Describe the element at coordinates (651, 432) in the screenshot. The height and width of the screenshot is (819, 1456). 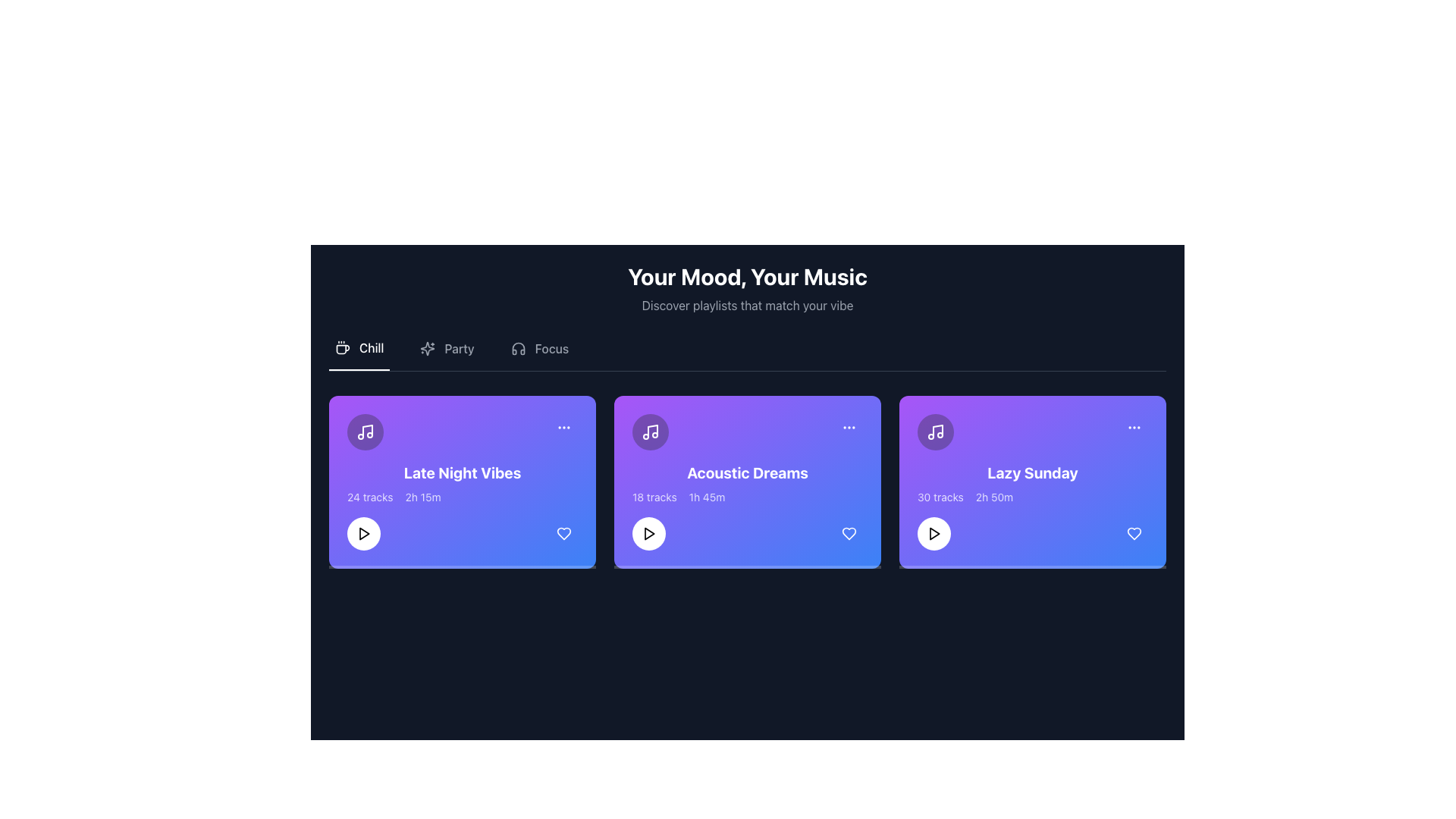
I see `the decorative icon representing a musical concept within the 'Acoustic Dreams' card, located near the top-left corner` at that location.